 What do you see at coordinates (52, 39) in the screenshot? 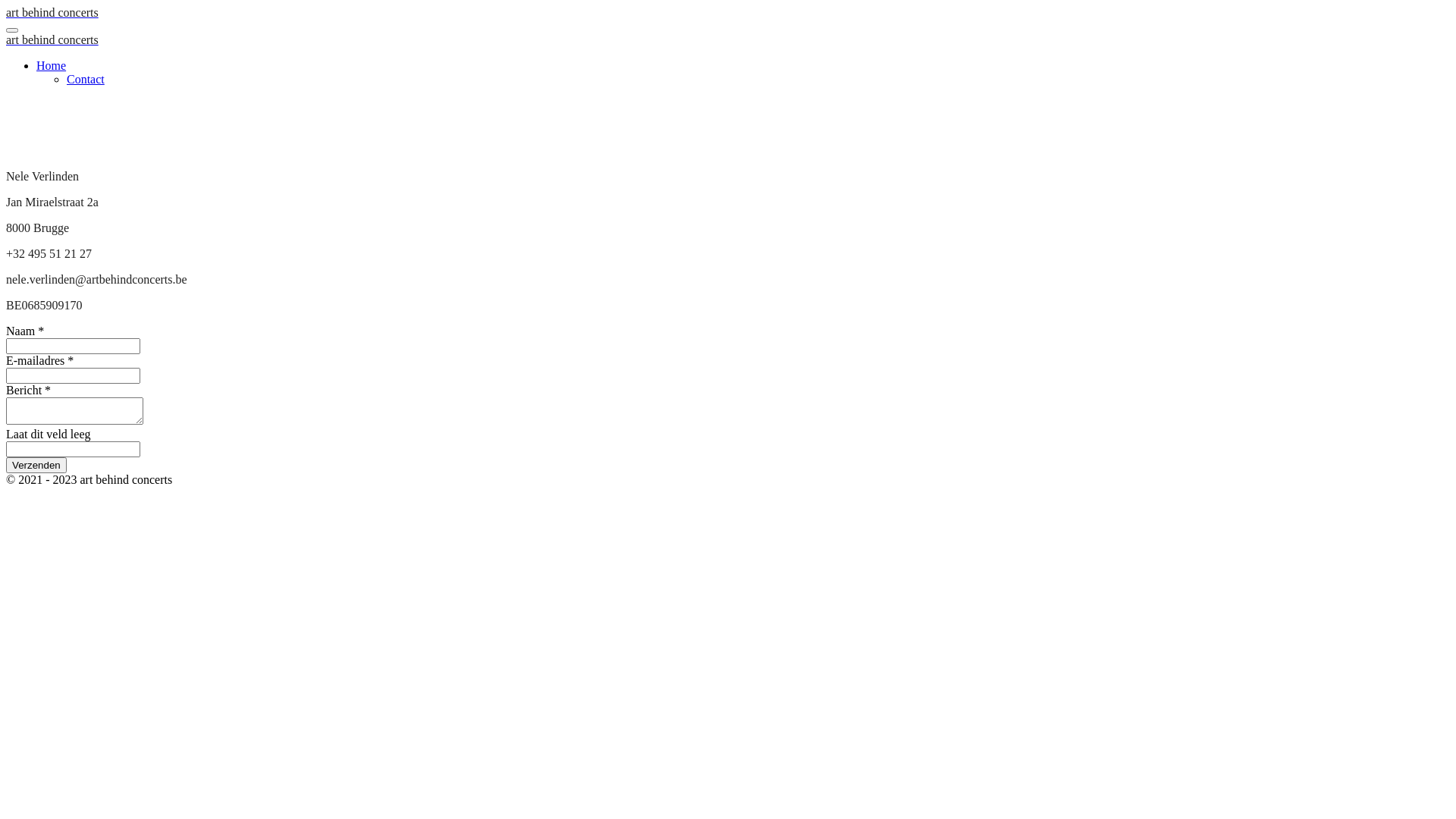
I see `'art behind concerts'` at bounding box center [52, 39].